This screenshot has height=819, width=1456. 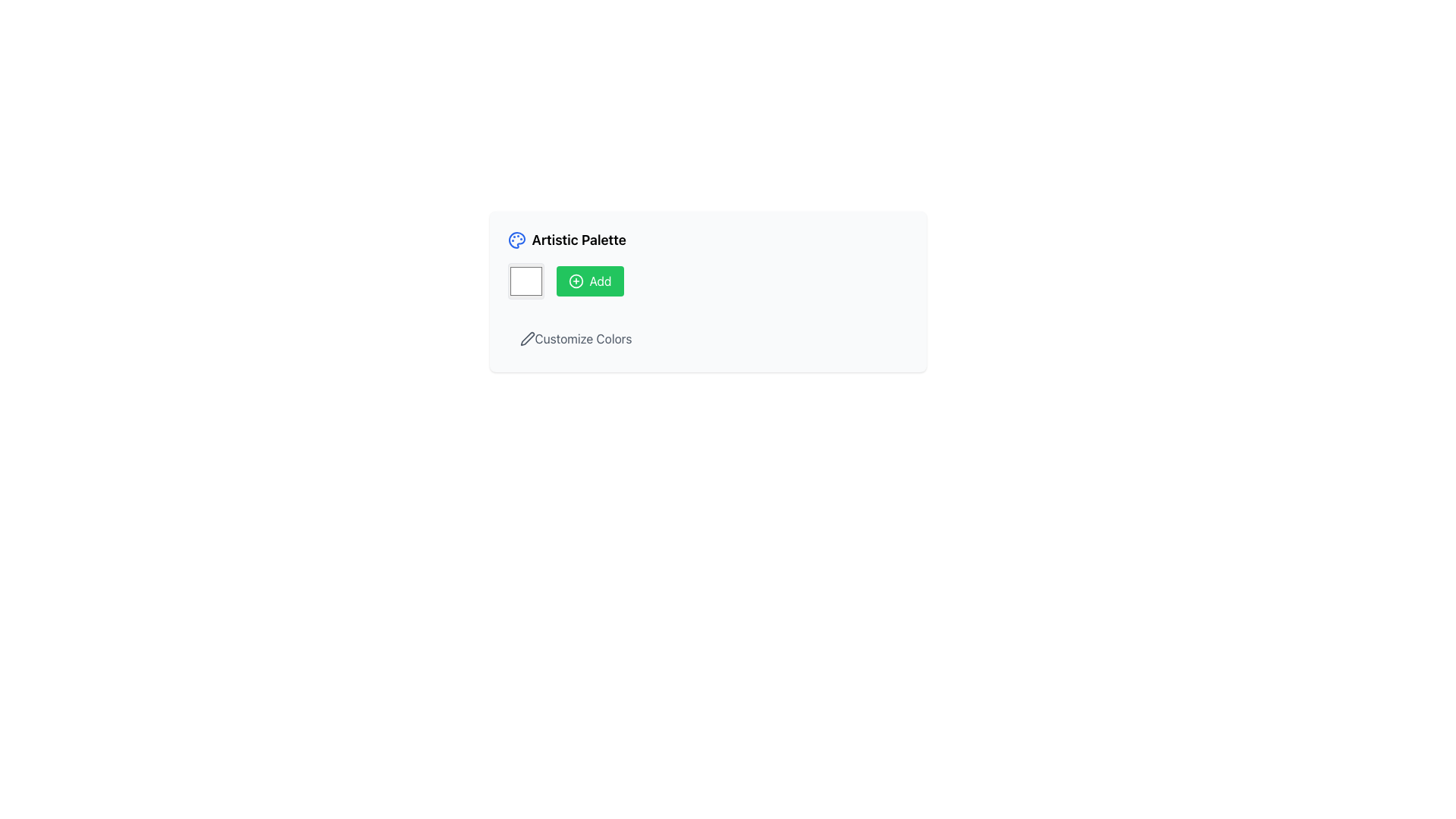 I want to click on the first color box in the horizontal sequence, so click(x=526, y=281).